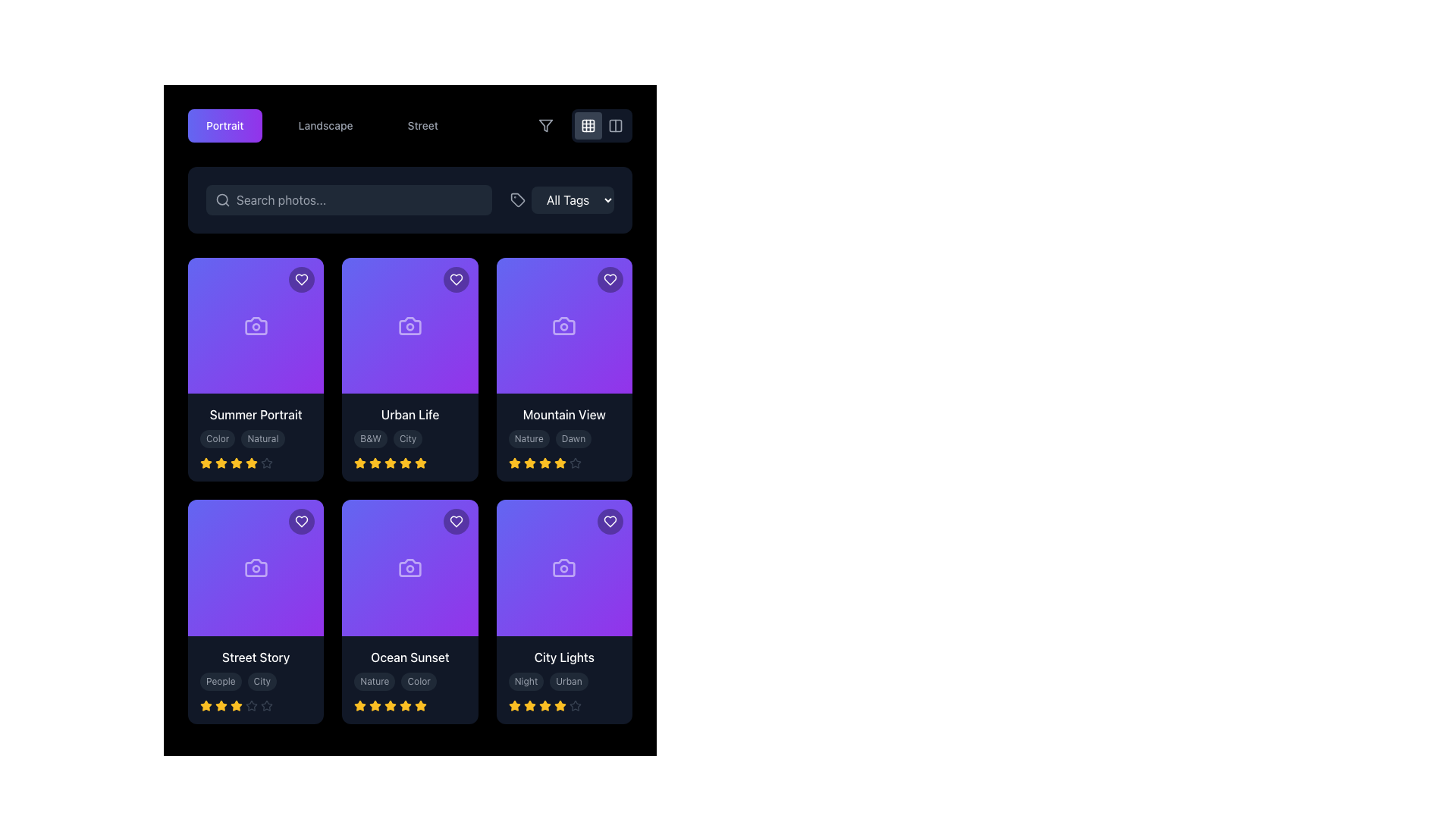 This screenshot has width=1456, height=819. What do you see at coordinates (391, 705) in the screenshot?
I see `the fourth star in the five-star rating system below the 'Ocean Sunset' card to rate the item at this level` at bounding box center [391, 705].